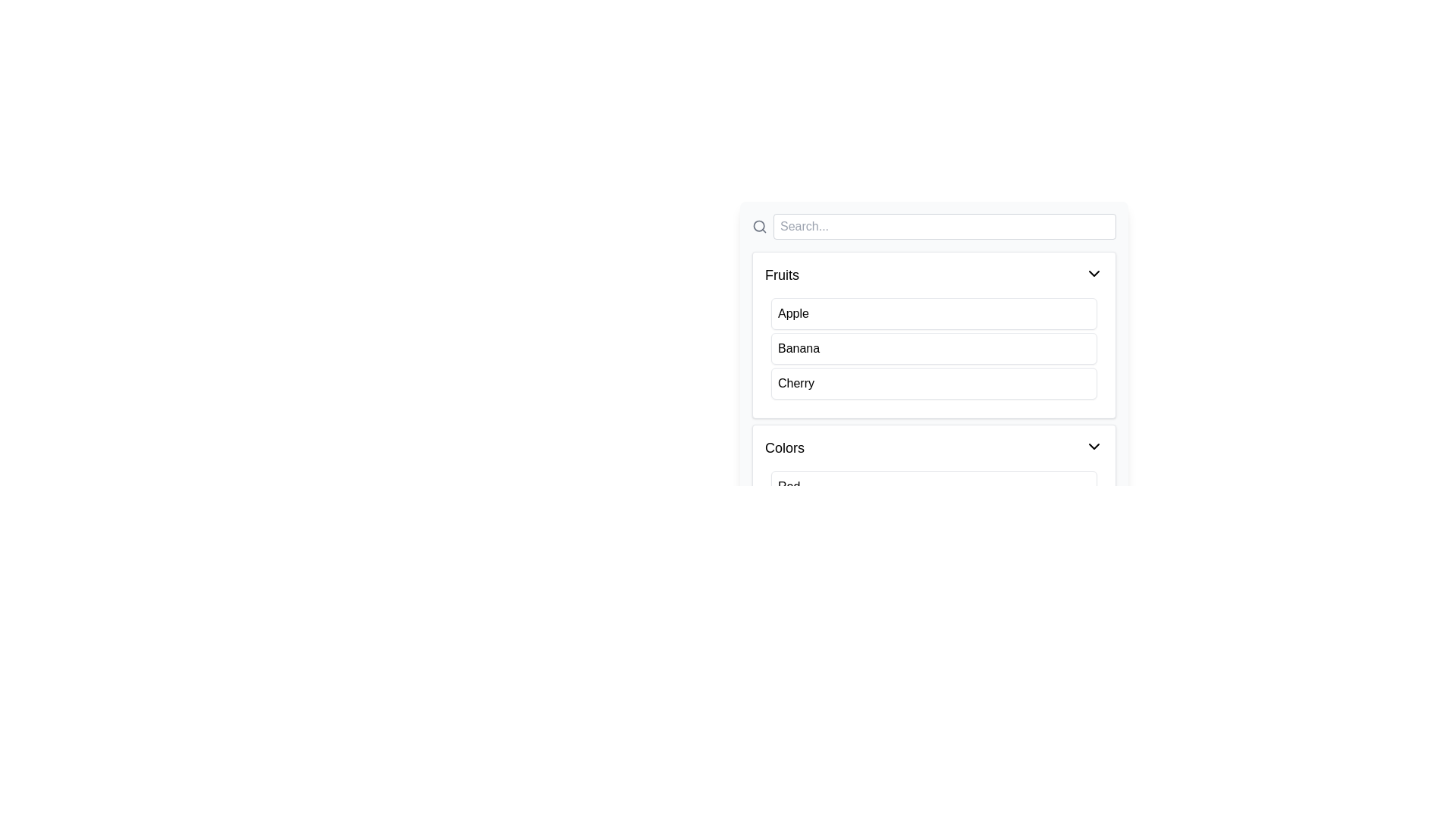 This screenshot has height=819, width=1456. Describe the element at coordinates (795, 382) in the screenshot. I see `the 'Cherry' text label in the 'Fruits' category, which identifies it as a list item between 'Banana' and 'Colors'` at that location.